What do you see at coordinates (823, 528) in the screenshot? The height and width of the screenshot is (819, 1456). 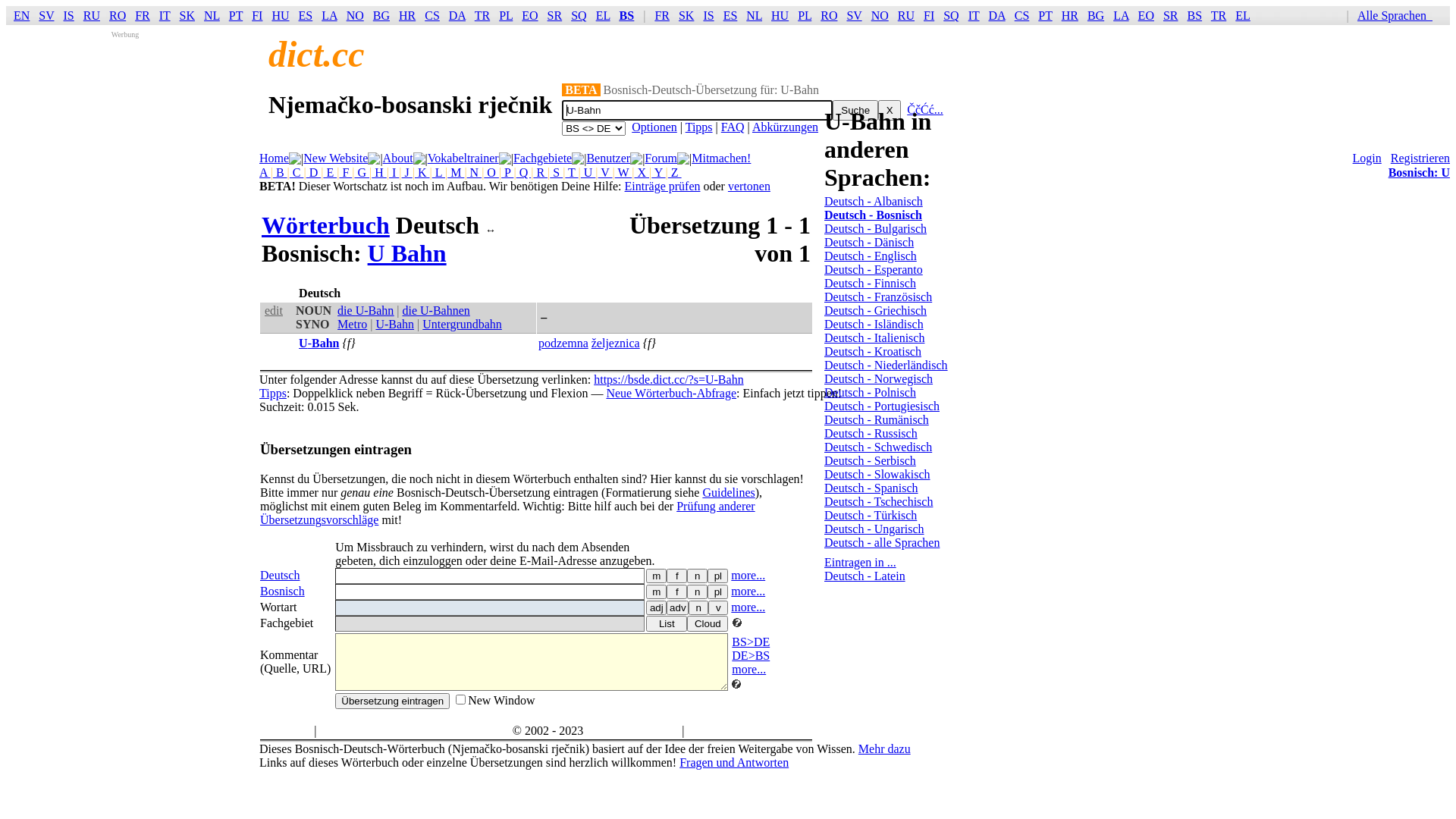 I see `'Deutsch - Ungarisch'` at bounding box center [823, 528].